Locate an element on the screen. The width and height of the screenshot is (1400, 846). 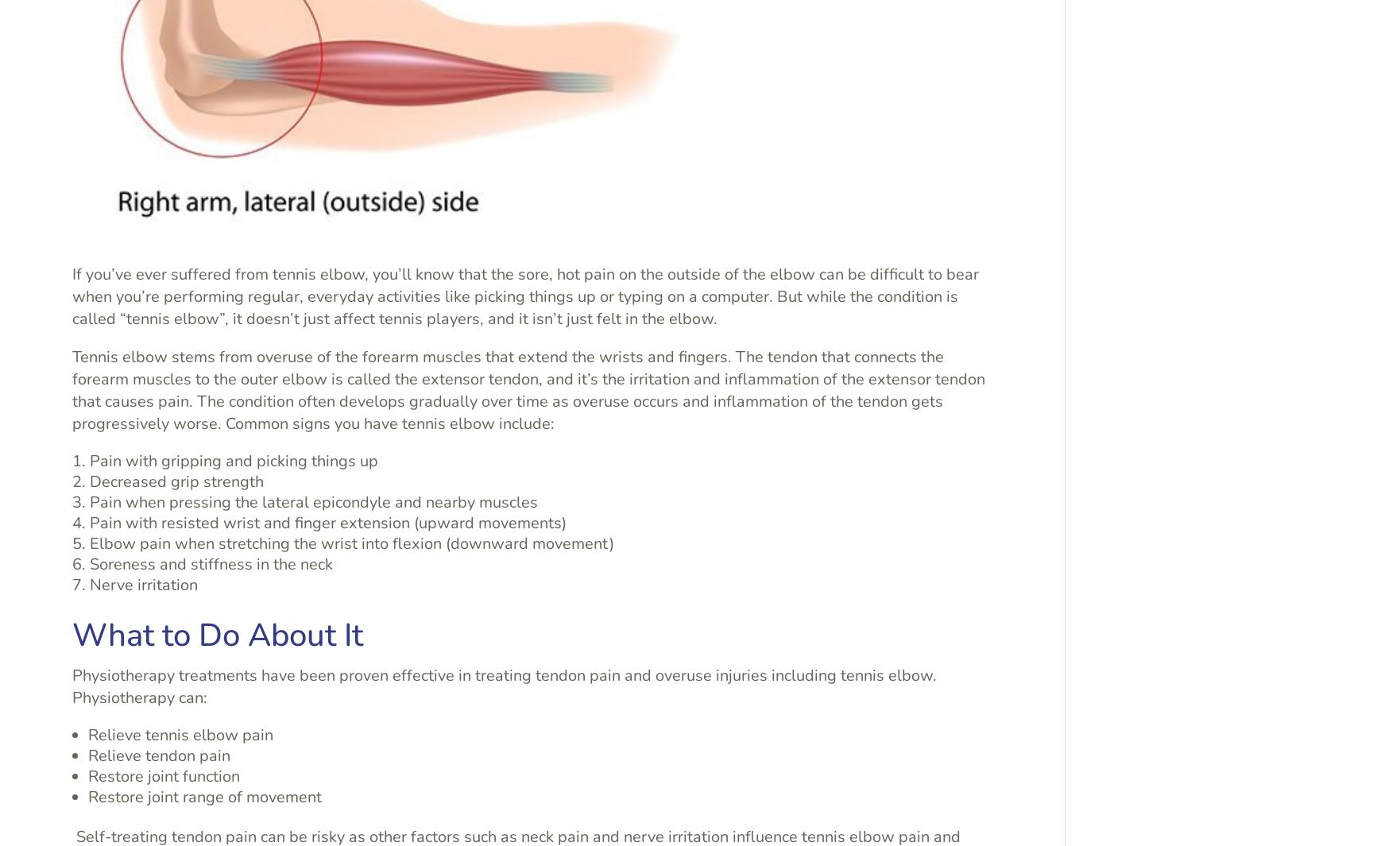
'Pain when pressing the lateral epicondyle and nearby muscles' is located at coordinates (314, 501).